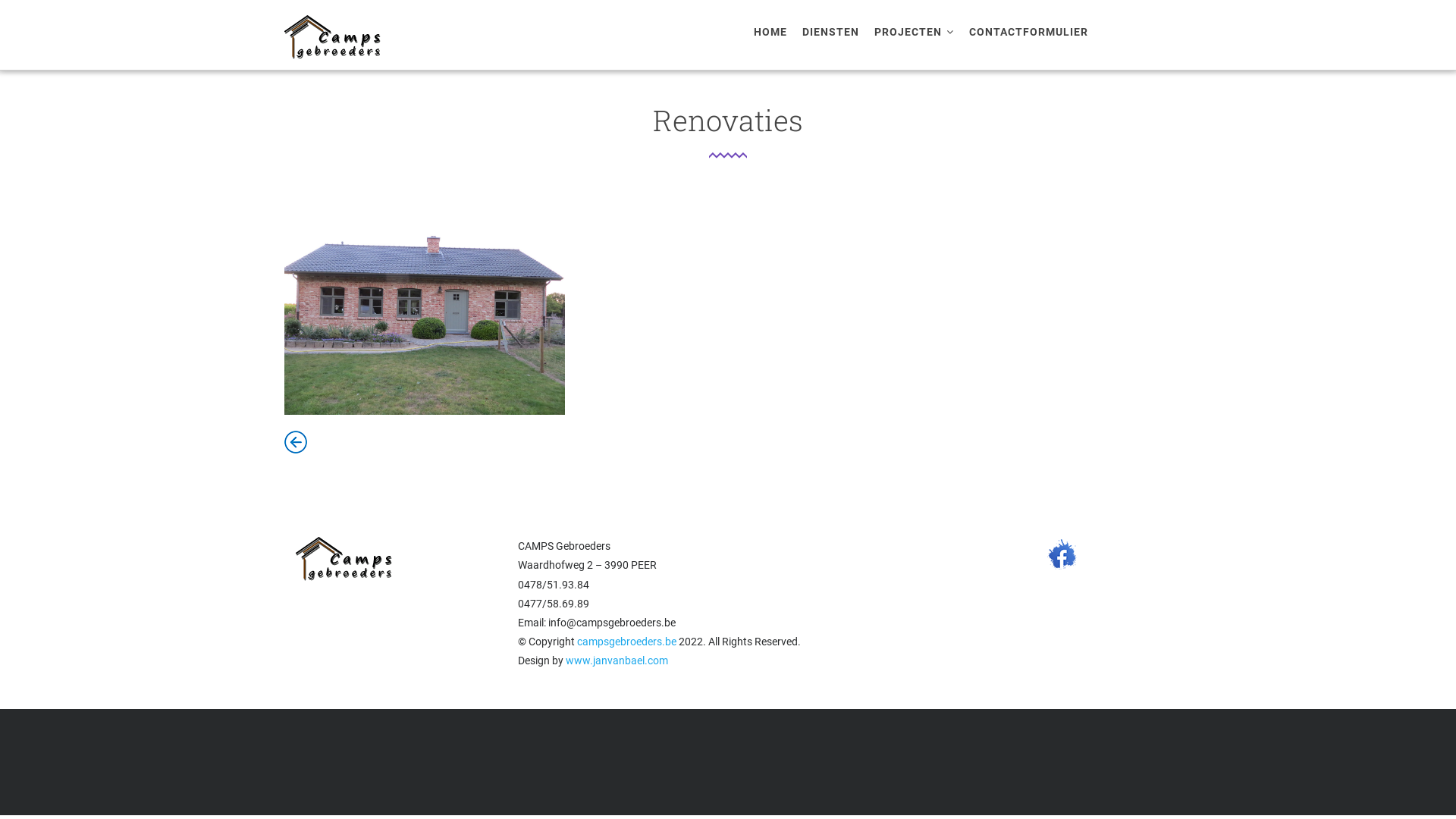 This screenshot has height=819, width=1456. Describe the element at coordinates (337, 34) in the screenshot. I see `'Home'` at that location.